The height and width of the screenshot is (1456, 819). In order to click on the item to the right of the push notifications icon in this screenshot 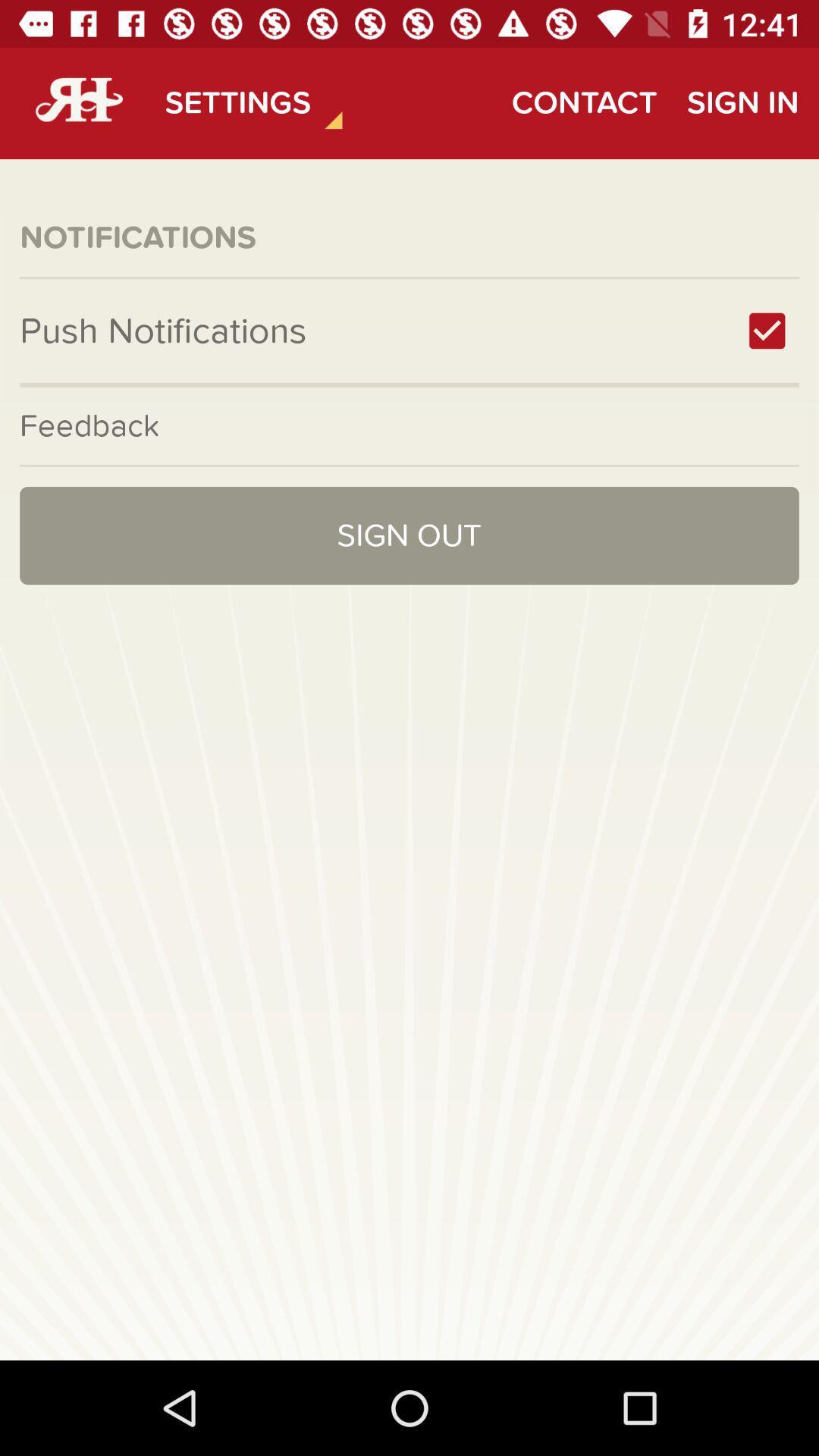, I will do `click(767, 330)`.